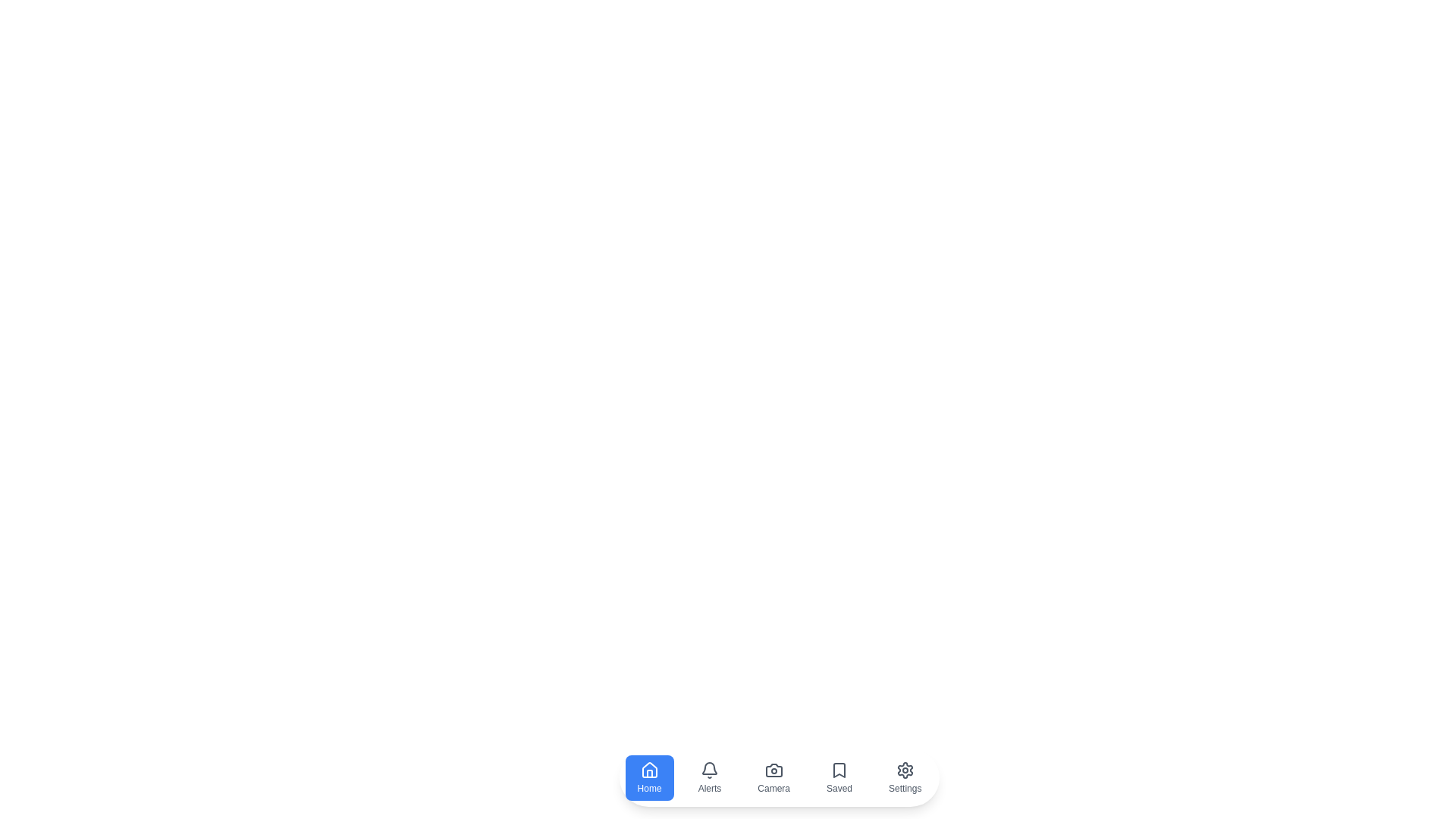  I want to click on the Settings icon in the bottom navigation bar, so click(905, 778).